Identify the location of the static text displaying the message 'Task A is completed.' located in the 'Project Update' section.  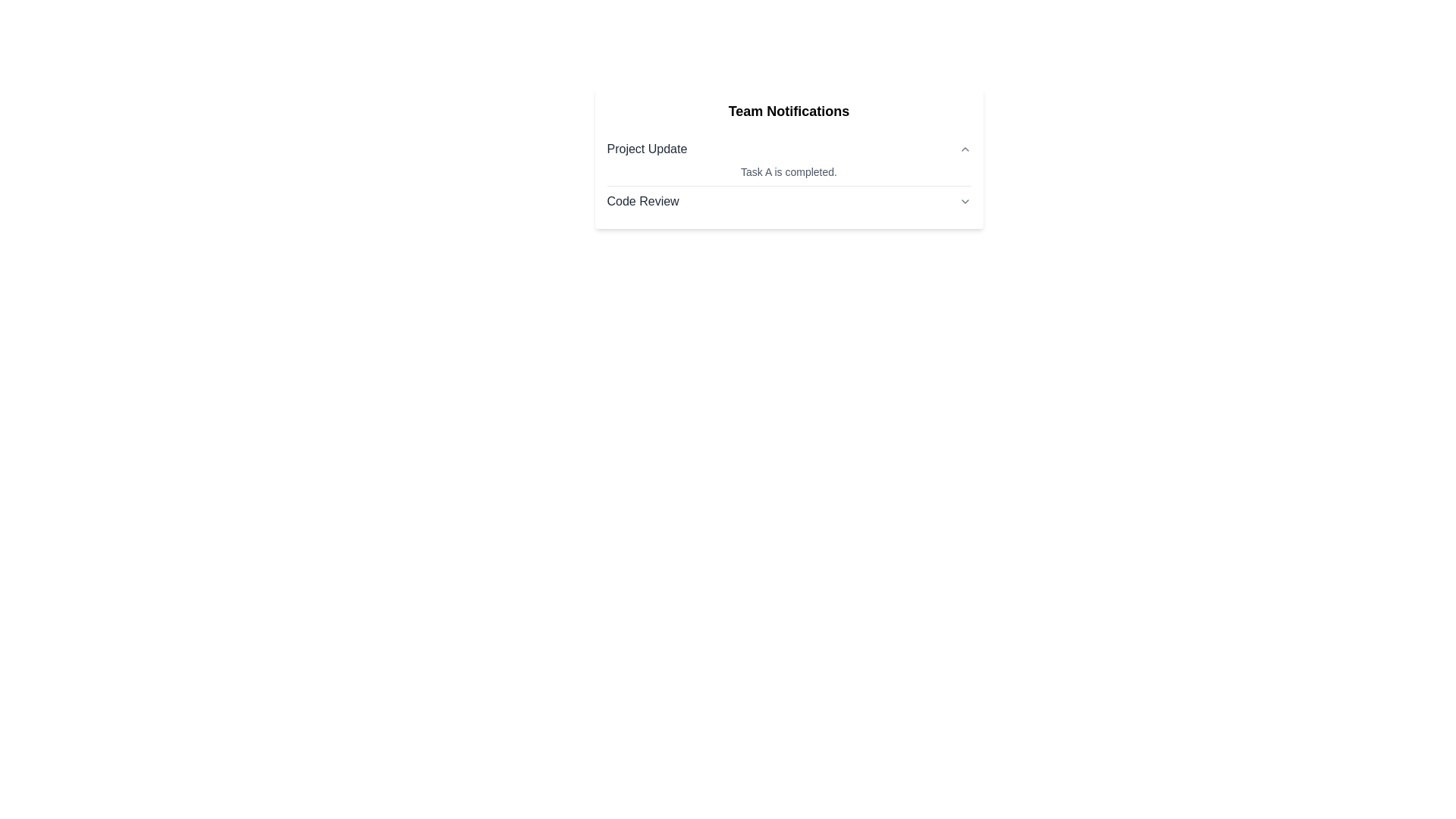
(789, 171).